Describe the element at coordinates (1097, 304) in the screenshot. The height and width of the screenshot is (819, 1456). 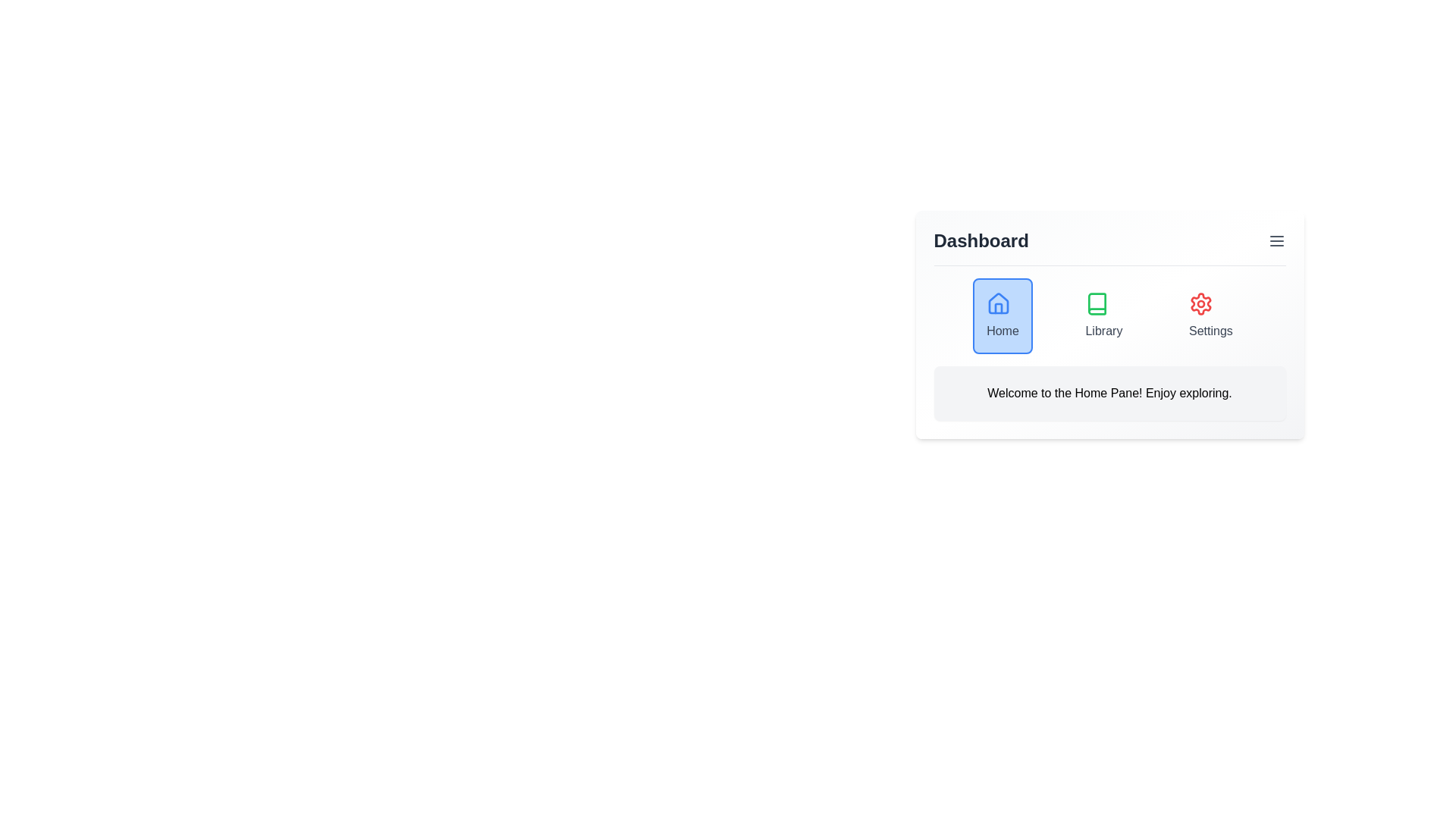
I see `the book icon with green strokes and a white background located in the 'Library' section of the navigation menu` at that location.